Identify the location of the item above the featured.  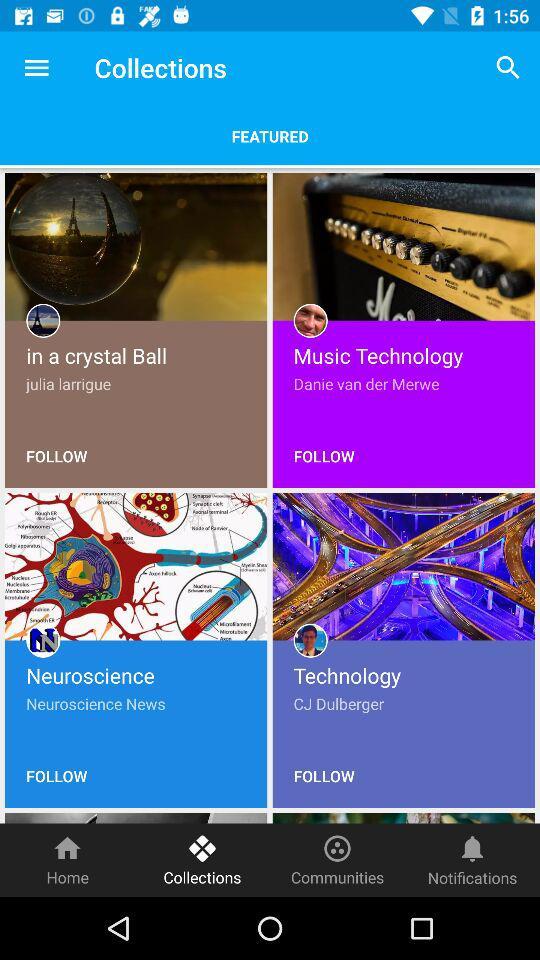
(36, 68).